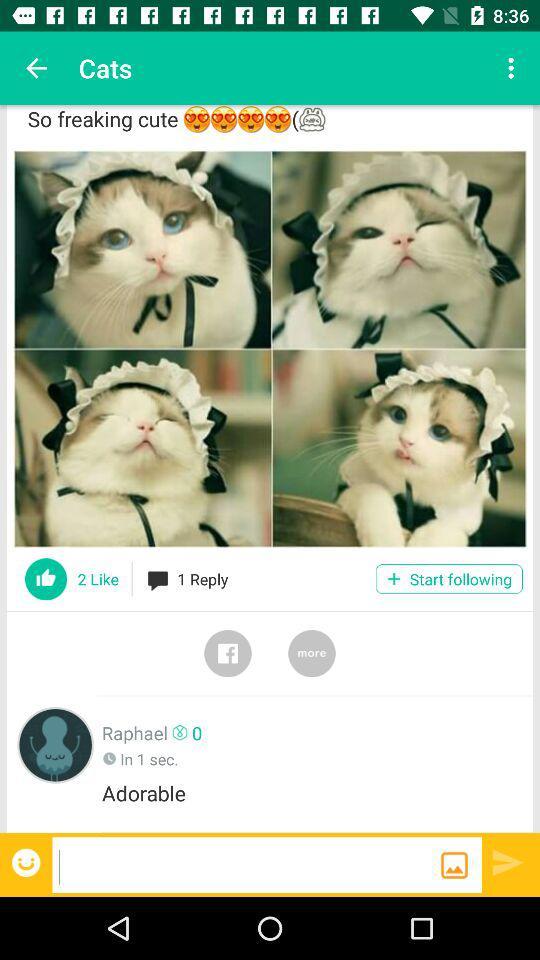  What do you see at coordinates (513, 68) in the screenshot?
I see `item at the top right corner` at bounding box center [513, 68].